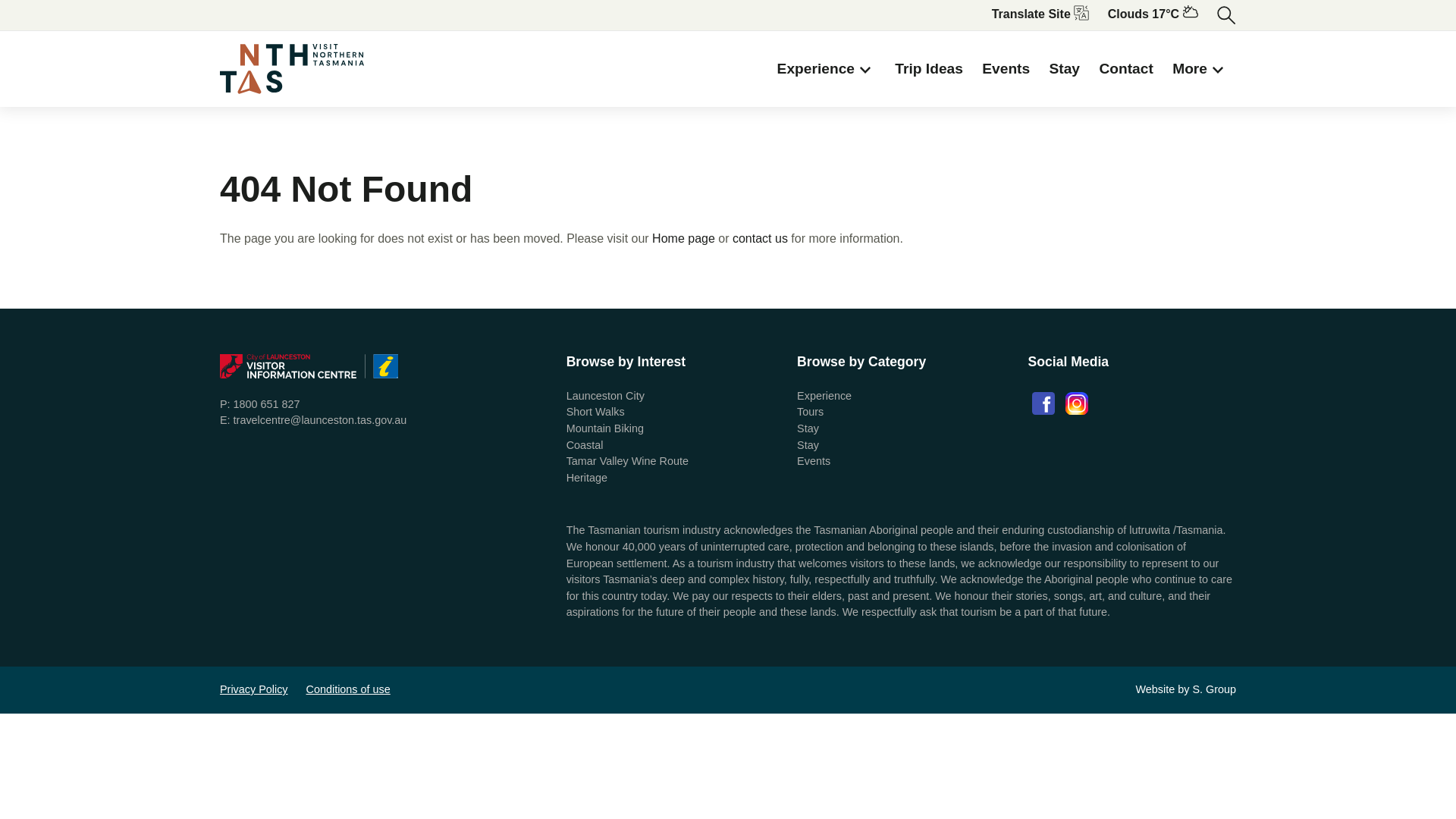 This screenshot has width=1456, height=819. What do you see at coordinates (1043, 403) in the screenshot?
I see `'Facebook'` at bounding box center [1043, 403].